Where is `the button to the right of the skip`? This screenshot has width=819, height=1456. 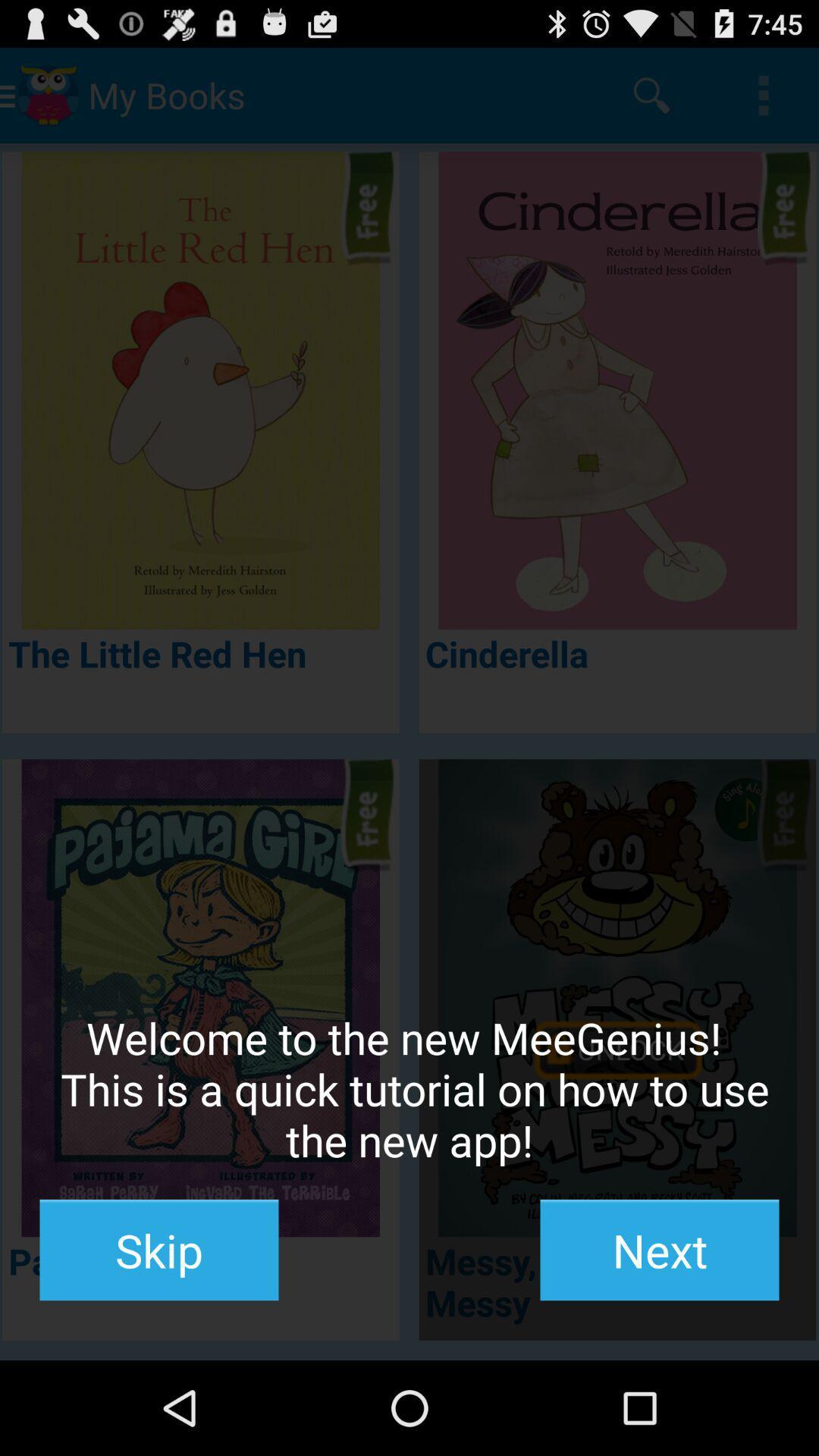 the button to the right of the skip is located at coordinates (659, 1250).